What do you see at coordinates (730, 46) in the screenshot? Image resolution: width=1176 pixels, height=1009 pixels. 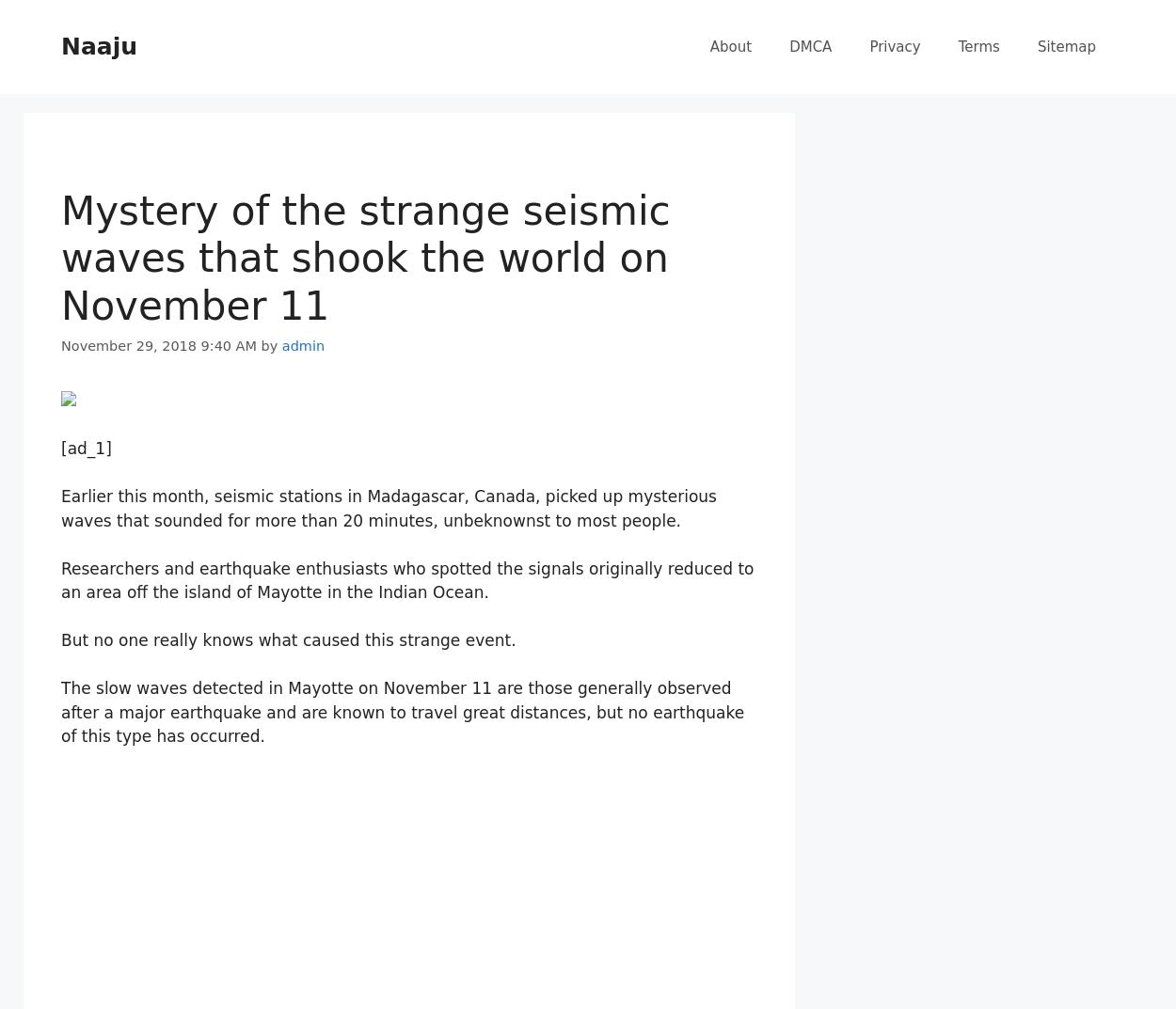 I see `'About'` at bounding box center [730, 46].